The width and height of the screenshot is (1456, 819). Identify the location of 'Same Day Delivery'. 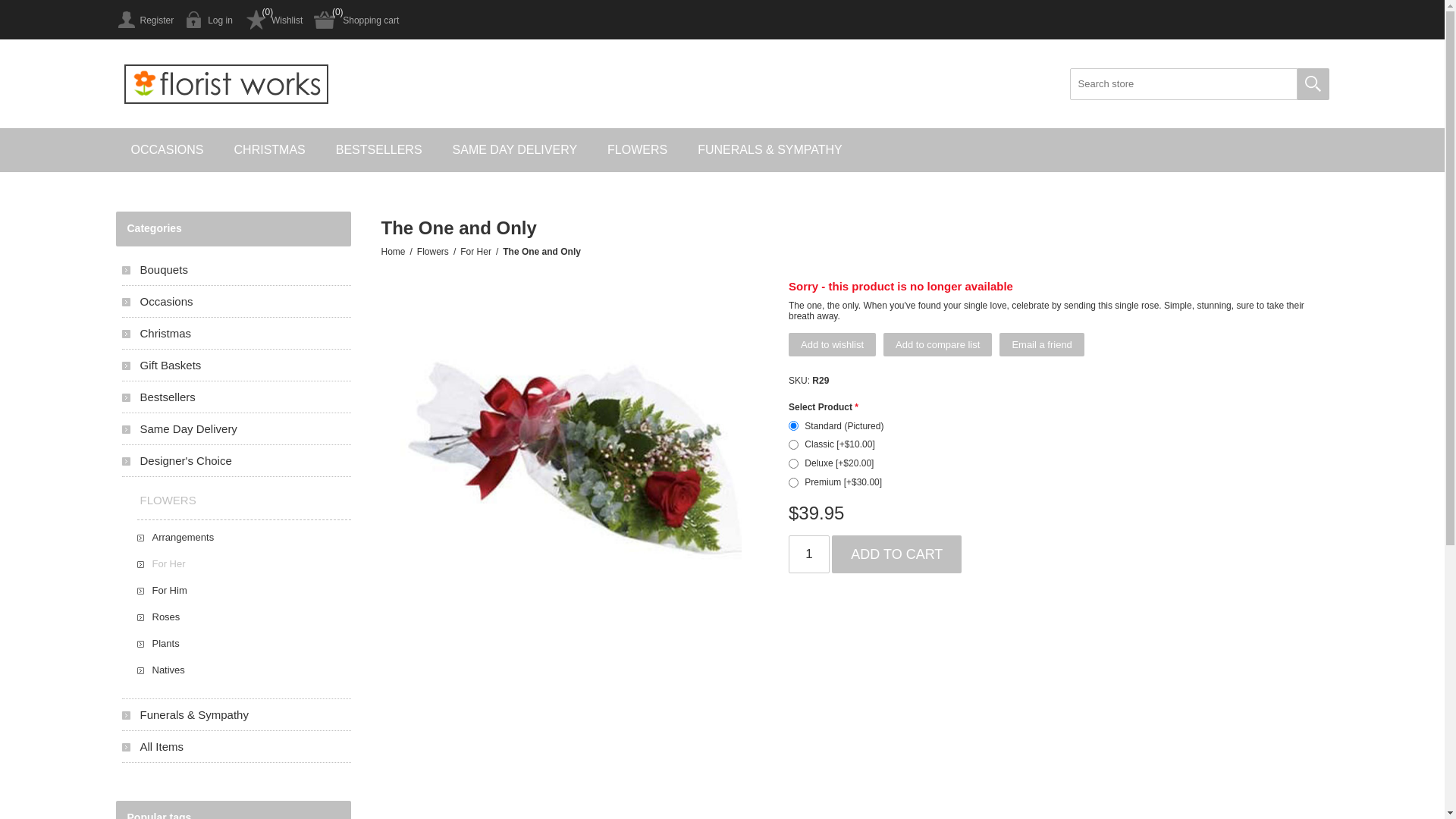
(235, 428).